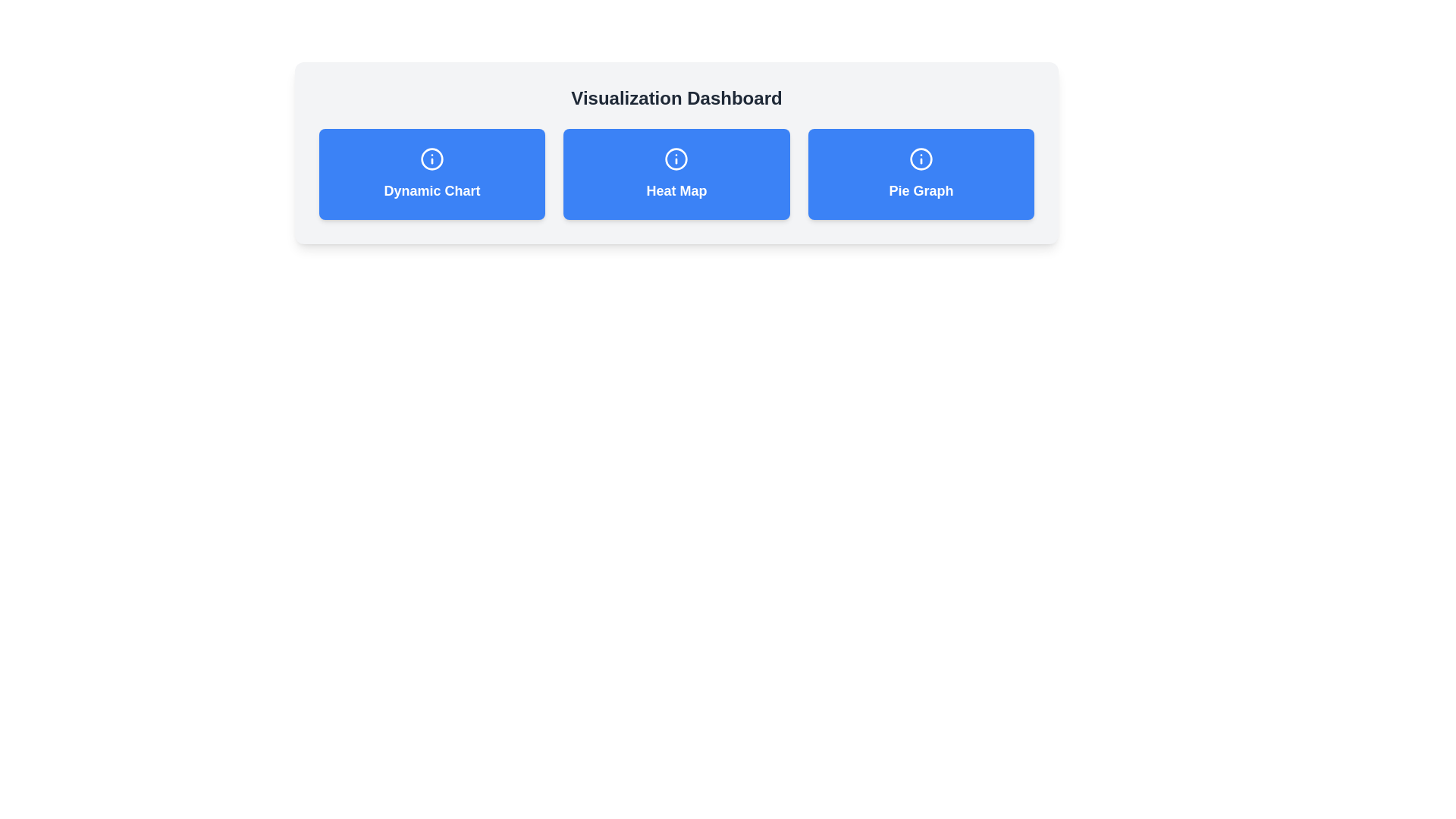 The image size is (1456, 819). I want to click on the information icon located in the top section of the blue rectangular card titled 'Dynamic Chart' for more information, so click(431, 158).